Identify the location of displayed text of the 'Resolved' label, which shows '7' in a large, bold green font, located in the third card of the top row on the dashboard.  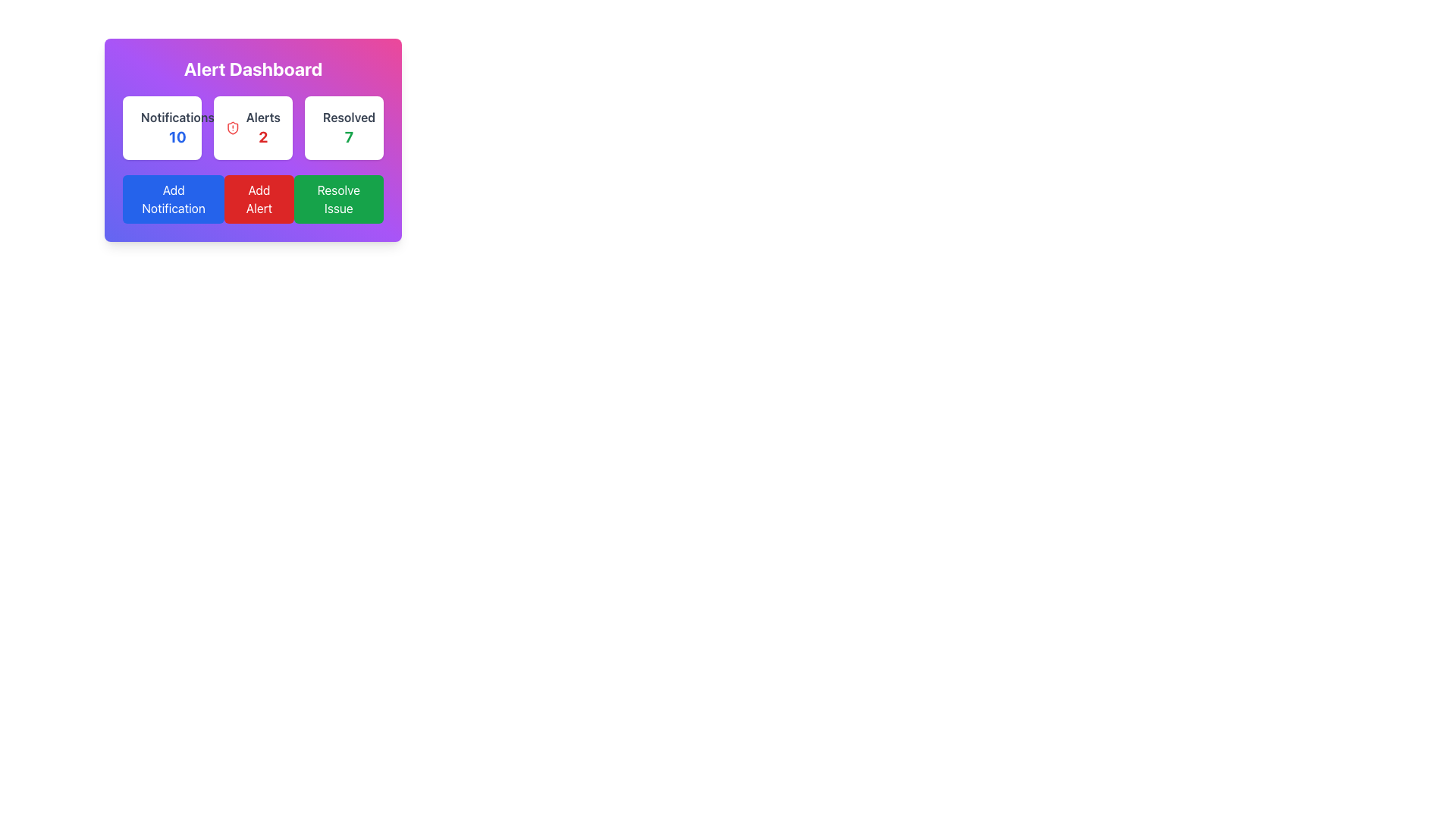
(348, 127).